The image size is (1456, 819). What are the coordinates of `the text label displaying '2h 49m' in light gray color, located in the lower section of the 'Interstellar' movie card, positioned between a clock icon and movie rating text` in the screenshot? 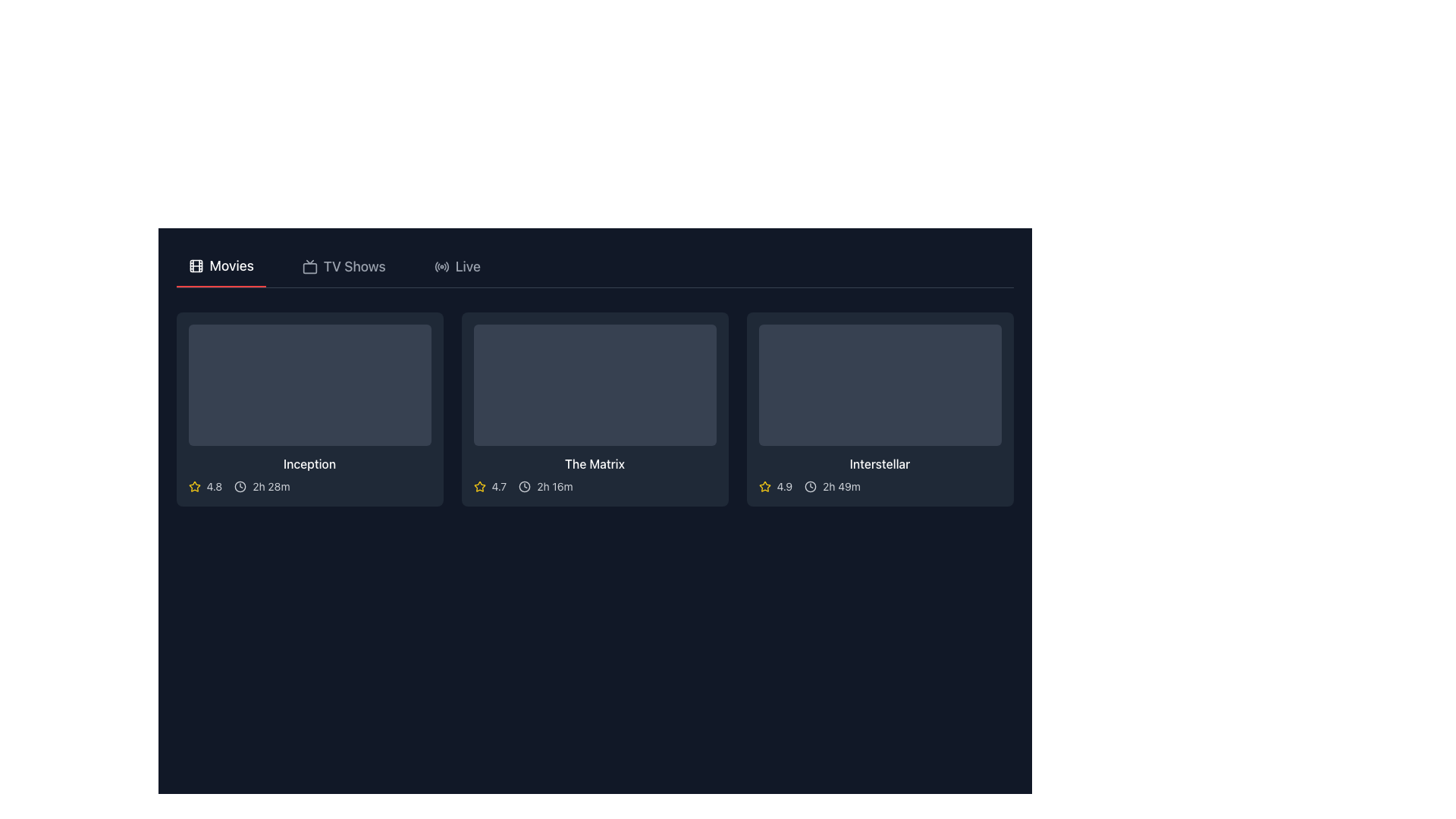 It's located at (840, 486).